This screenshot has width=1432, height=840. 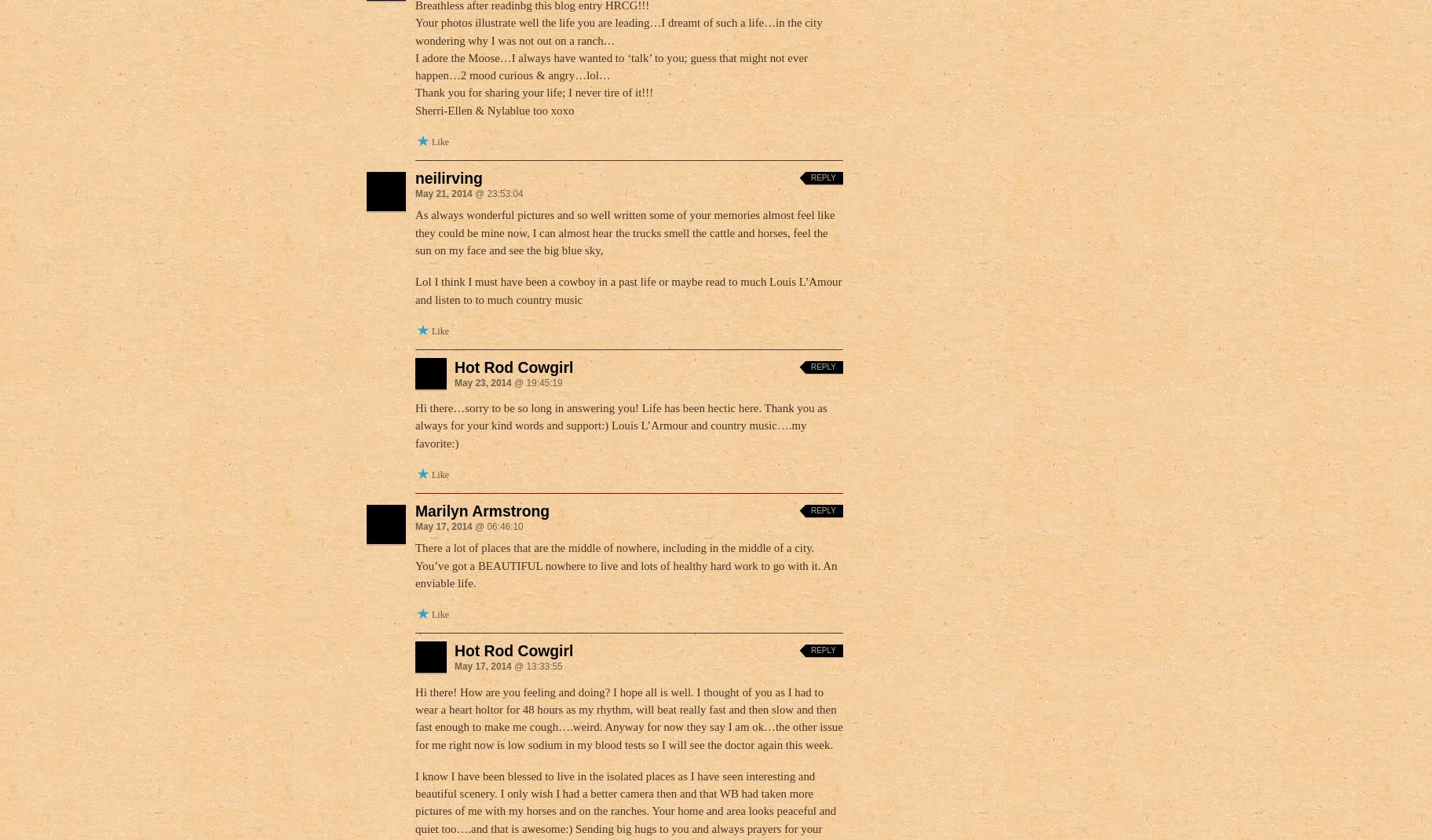 I want to click on 'As always wonderful pictures and so well written some of your memories almost feel like they could be mine now, I can almost hear the trucks smell the cattle and horses, feel the sun on my face and see the big blue sky,', so click(x=624, y=232).